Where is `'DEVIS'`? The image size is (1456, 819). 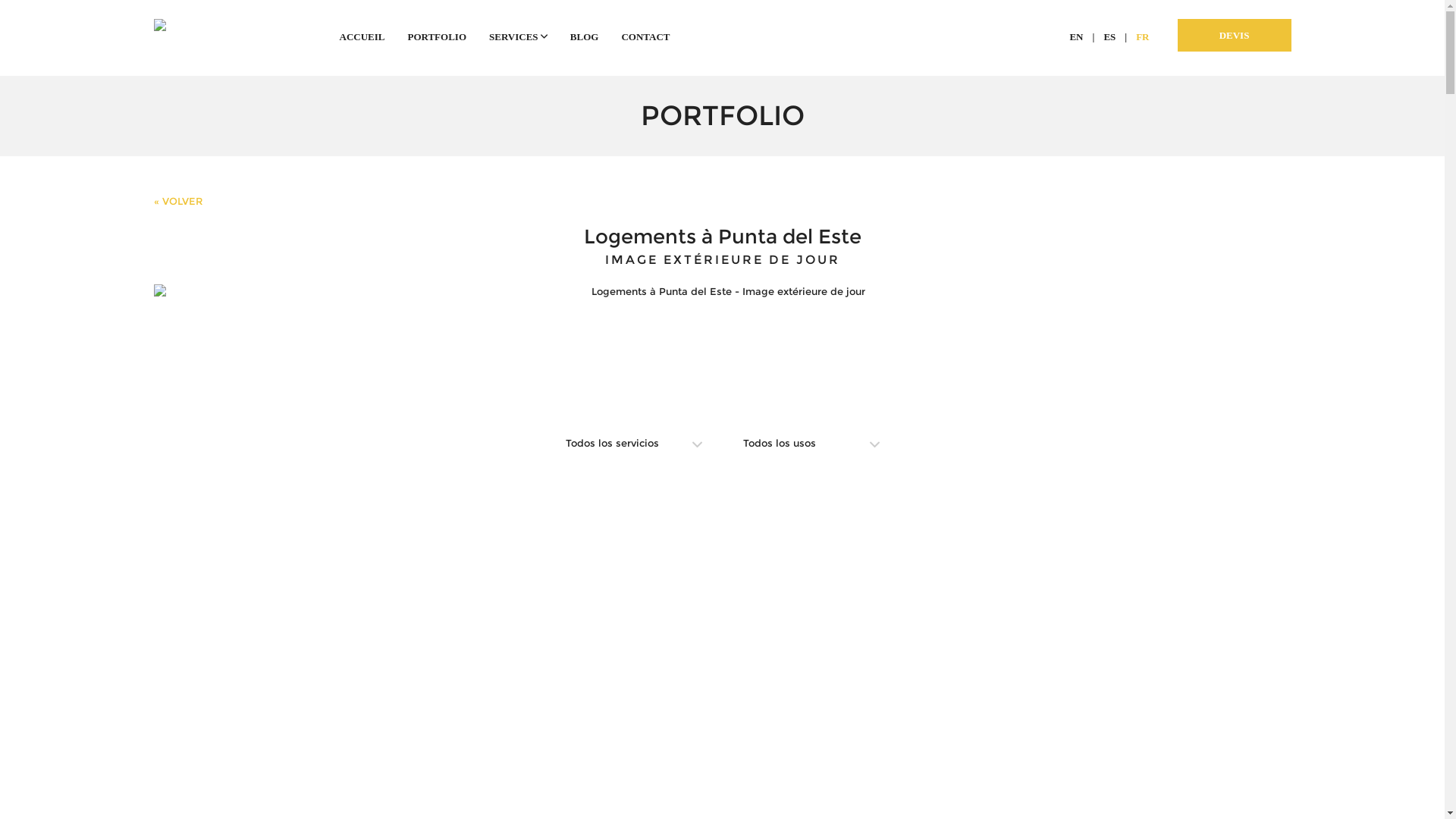
'DEVIS' is located at coordinates (1234, 34).